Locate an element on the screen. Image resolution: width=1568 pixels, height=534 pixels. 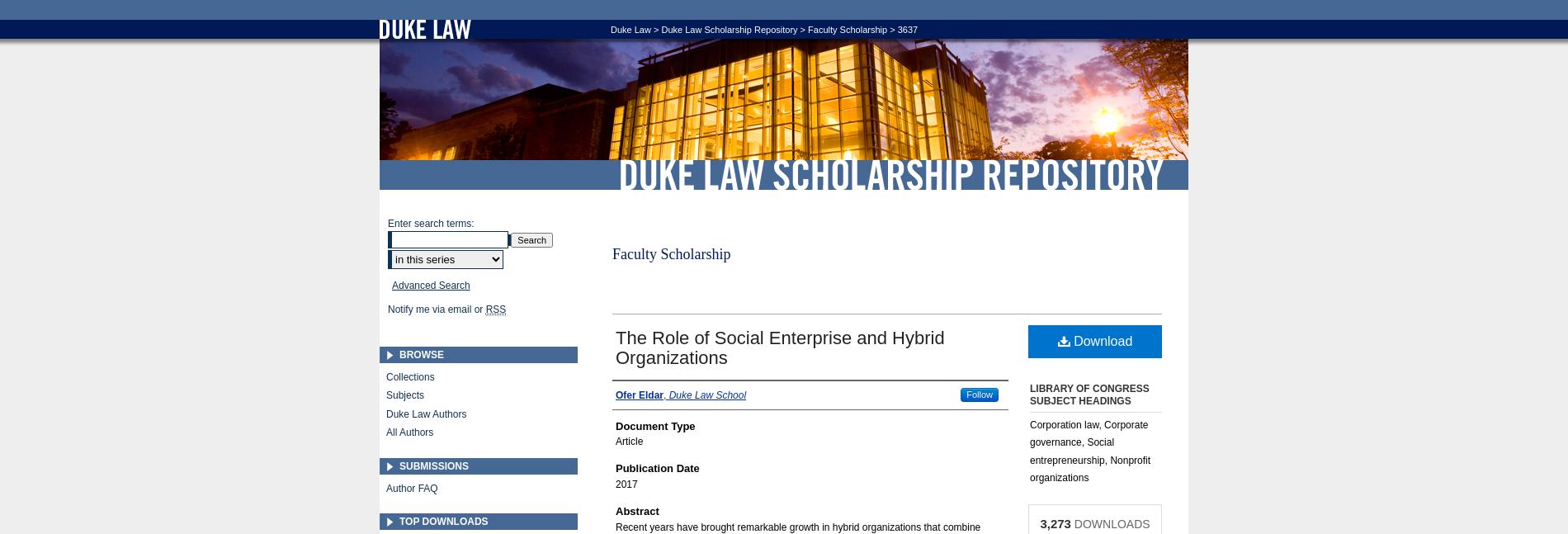
',' is located at coordinates (664, 394).